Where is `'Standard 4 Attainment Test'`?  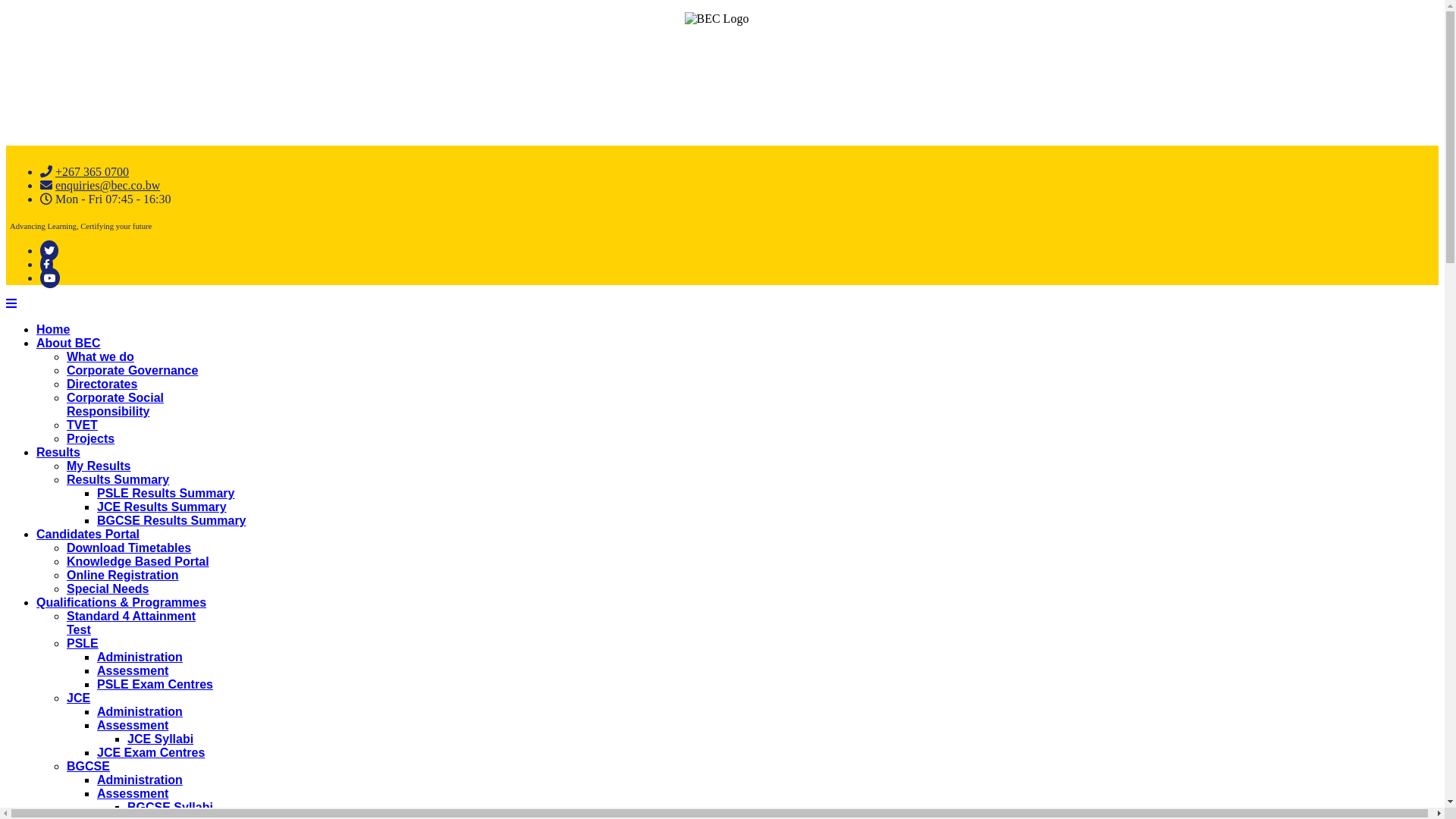 'Standard 4 Attainment Test' is located at coordinates (130, 623).